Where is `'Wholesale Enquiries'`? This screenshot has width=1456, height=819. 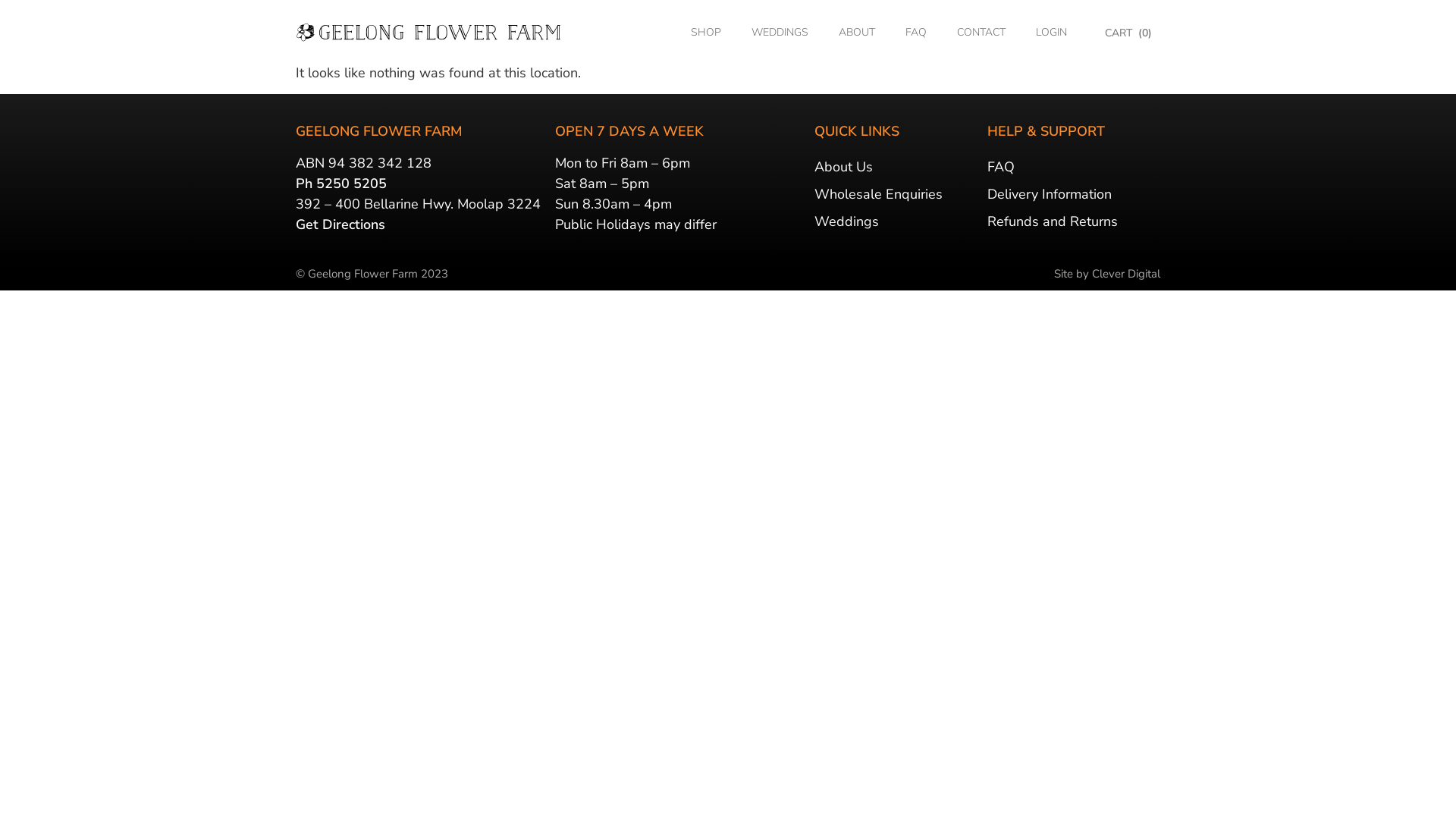 'Wholesale Enquiries' is located at coordinates (896, 193).